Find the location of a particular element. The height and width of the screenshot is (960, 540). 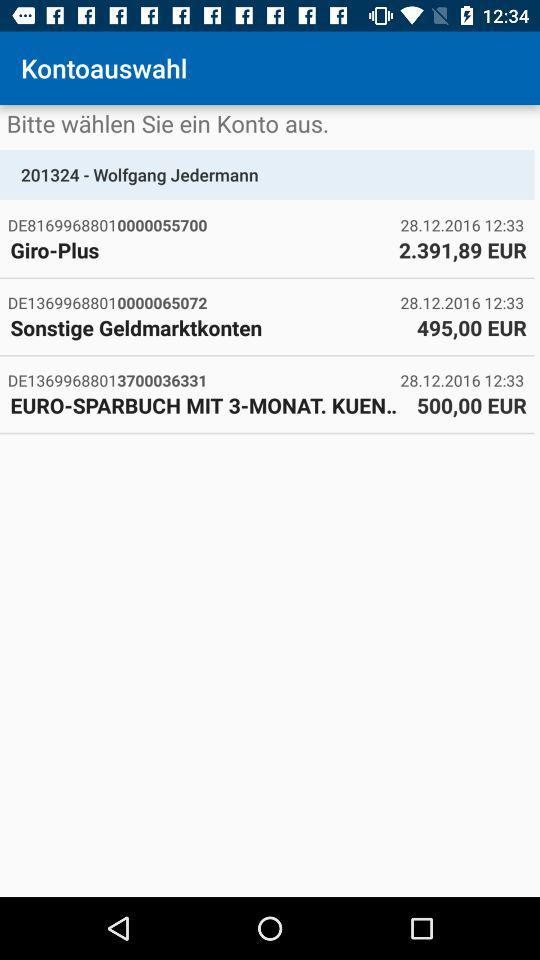

icon next to 495,00 eur icon is located at coordinates (207, 327).